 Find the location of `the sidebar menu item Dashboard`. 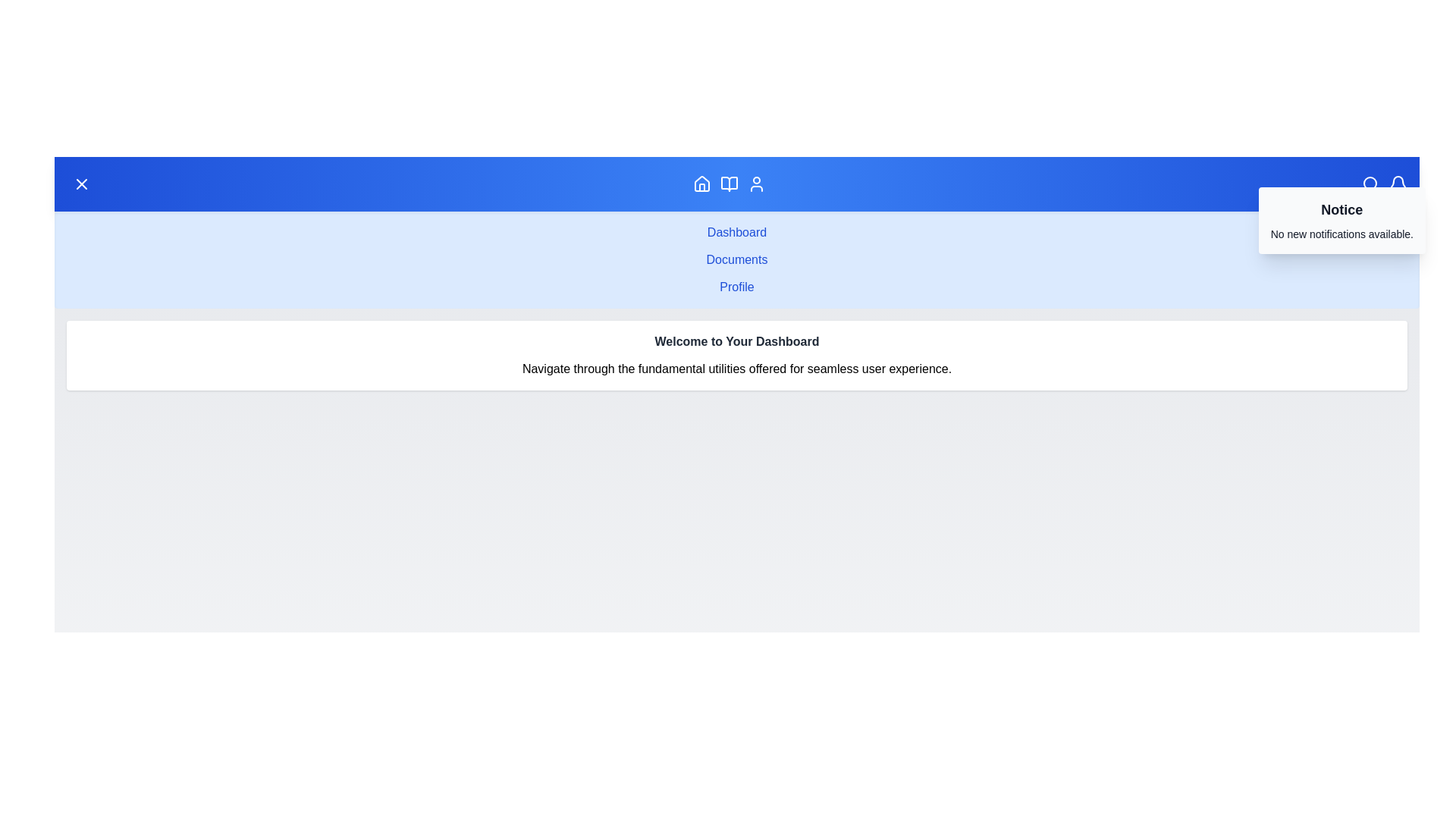

the sidebar menu item Dashboard is located at coordinates (65, 233).